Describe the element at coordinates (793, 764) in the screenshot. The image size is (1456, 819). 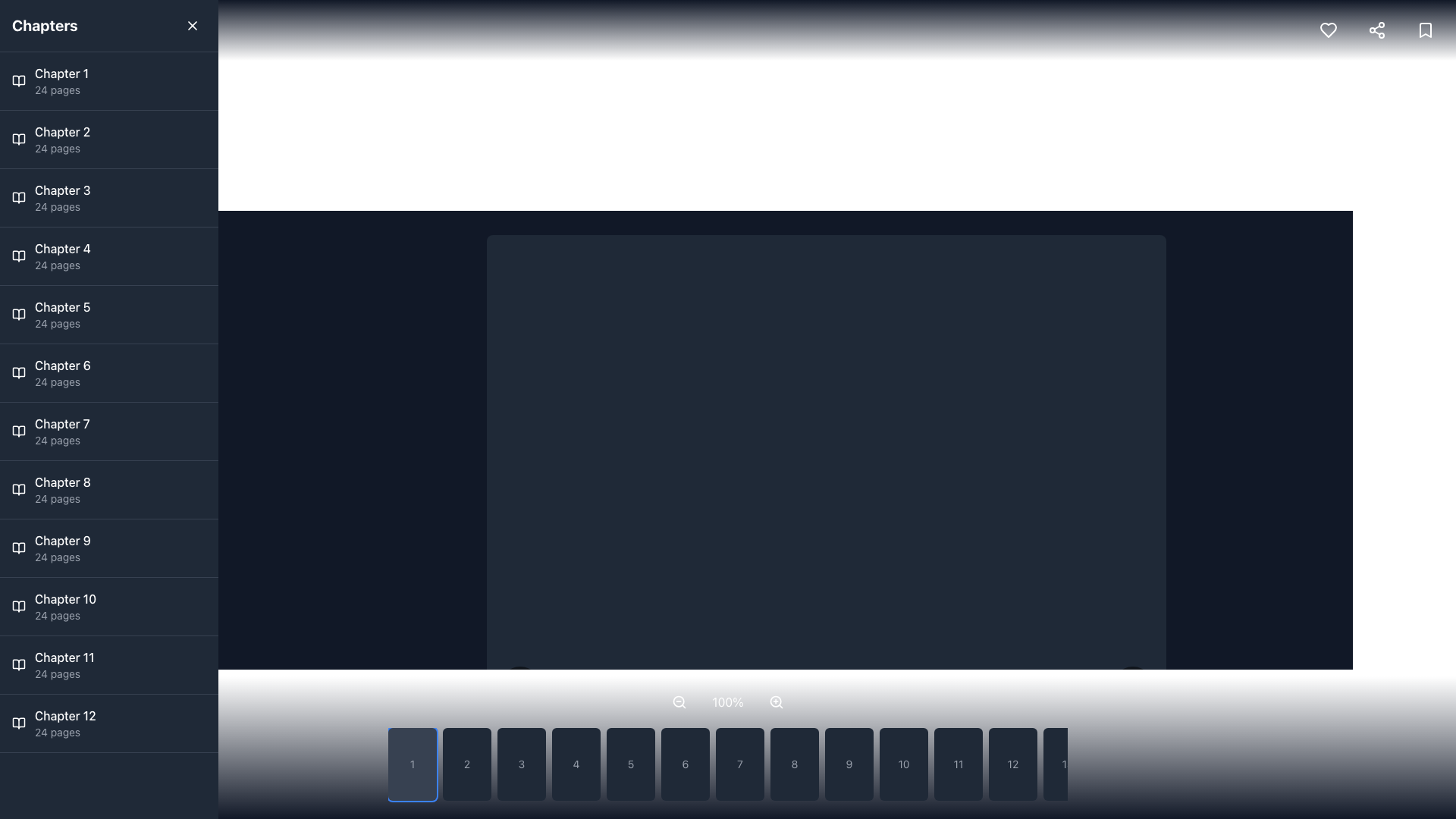
I see `the button displaying the number '8', which is a dark gray rectangular button with rounded corners located within a horizontal list of numbered buttons` at that location.